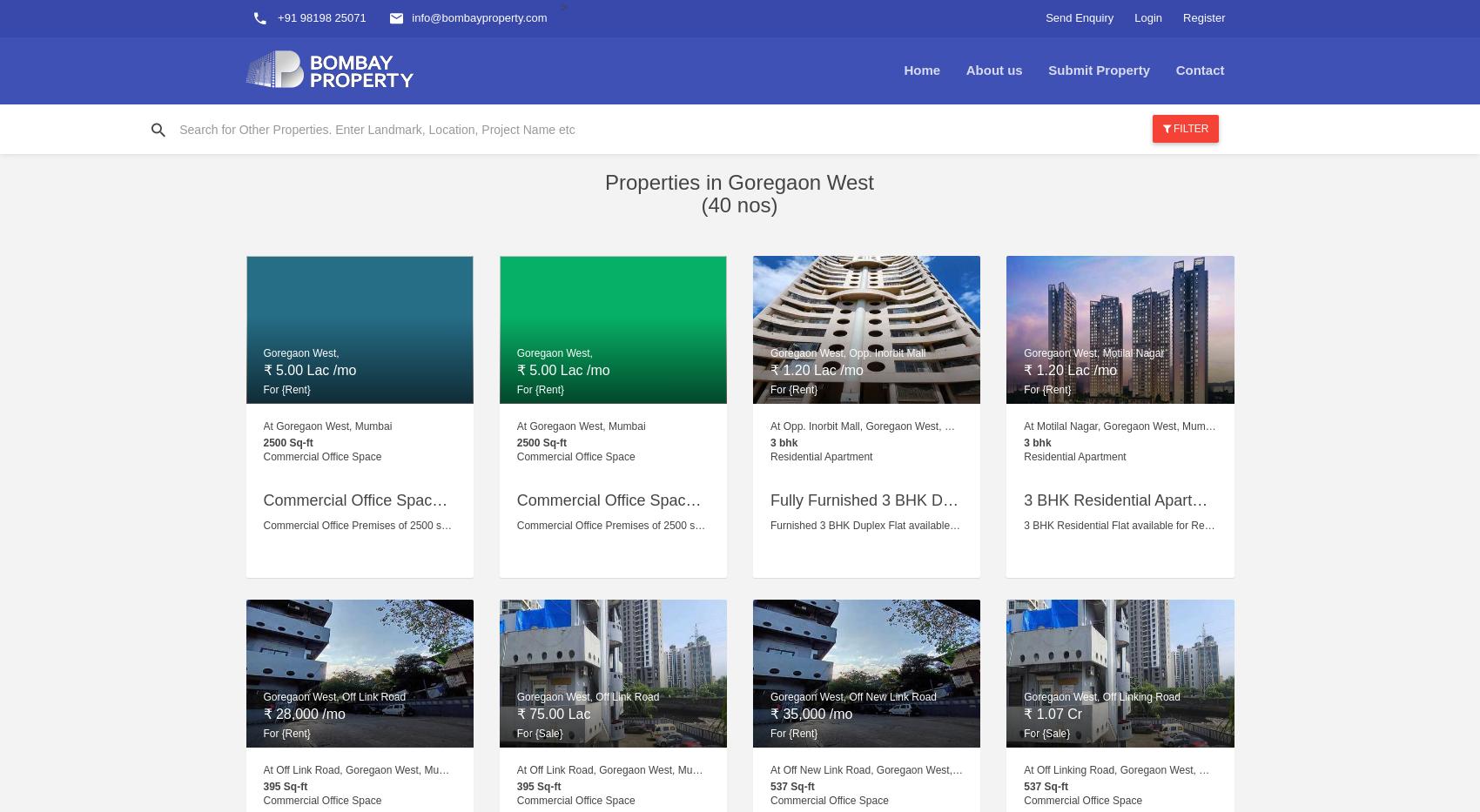 This screenshot has height=812, width=1480. What do you see at coordinates (319, 17) in the screenshot?
I see `'+91 98198 25071'` at bounding box center [319, 17].